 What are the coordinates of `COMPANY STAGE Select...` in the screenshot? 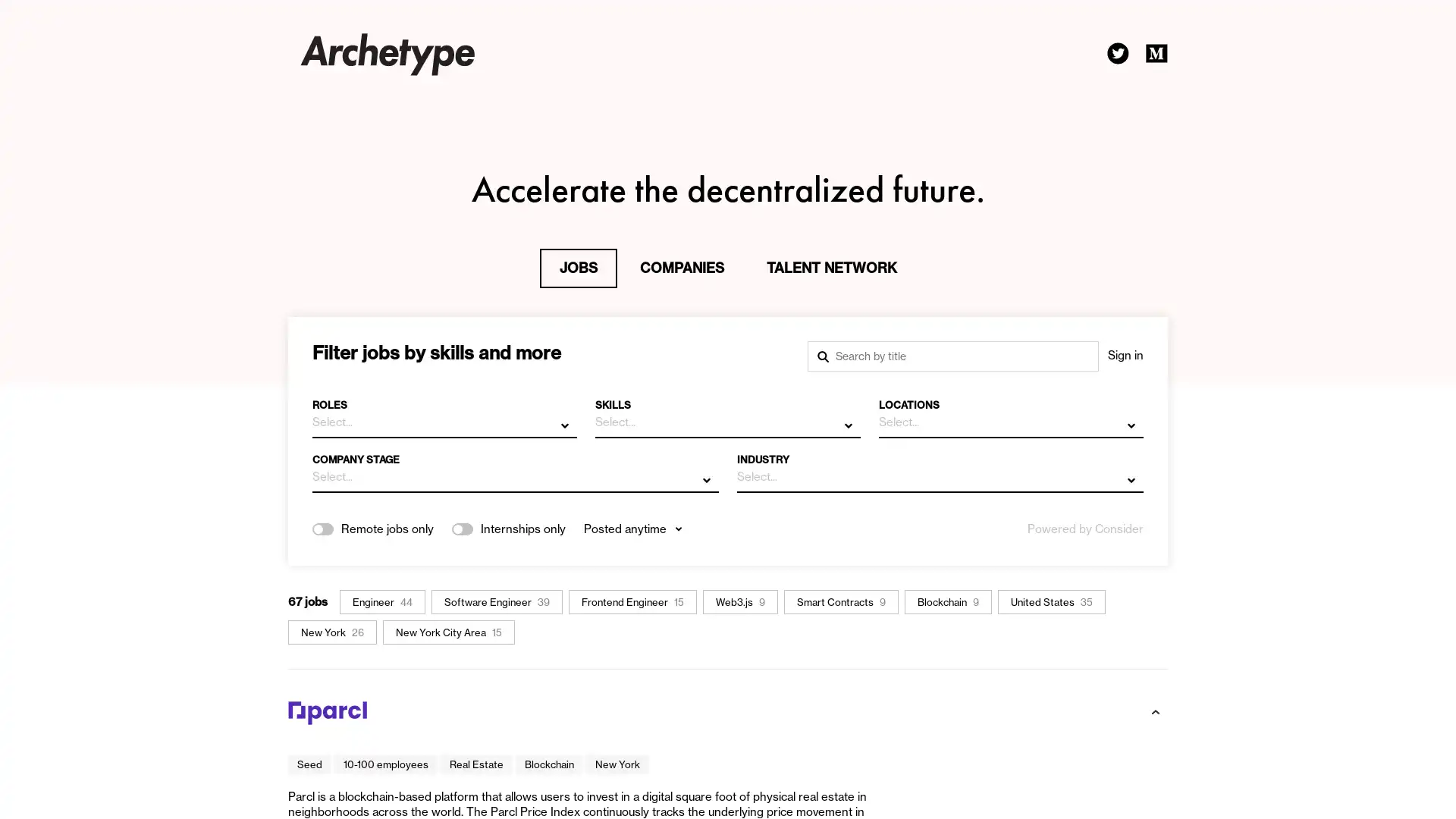 It's located at (516, 467).